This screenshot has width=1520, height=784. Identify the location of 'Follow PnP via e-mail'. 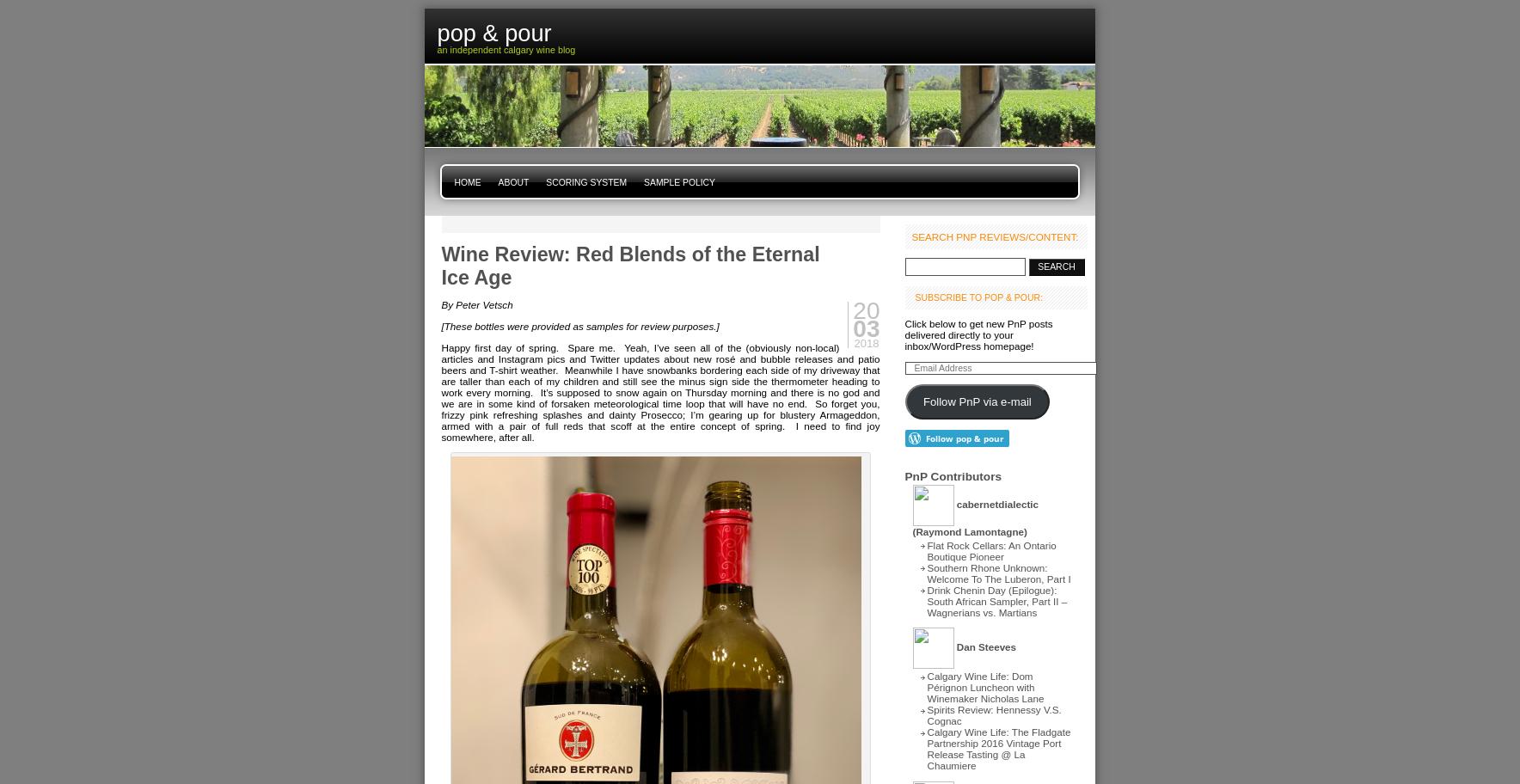
(921, 401).